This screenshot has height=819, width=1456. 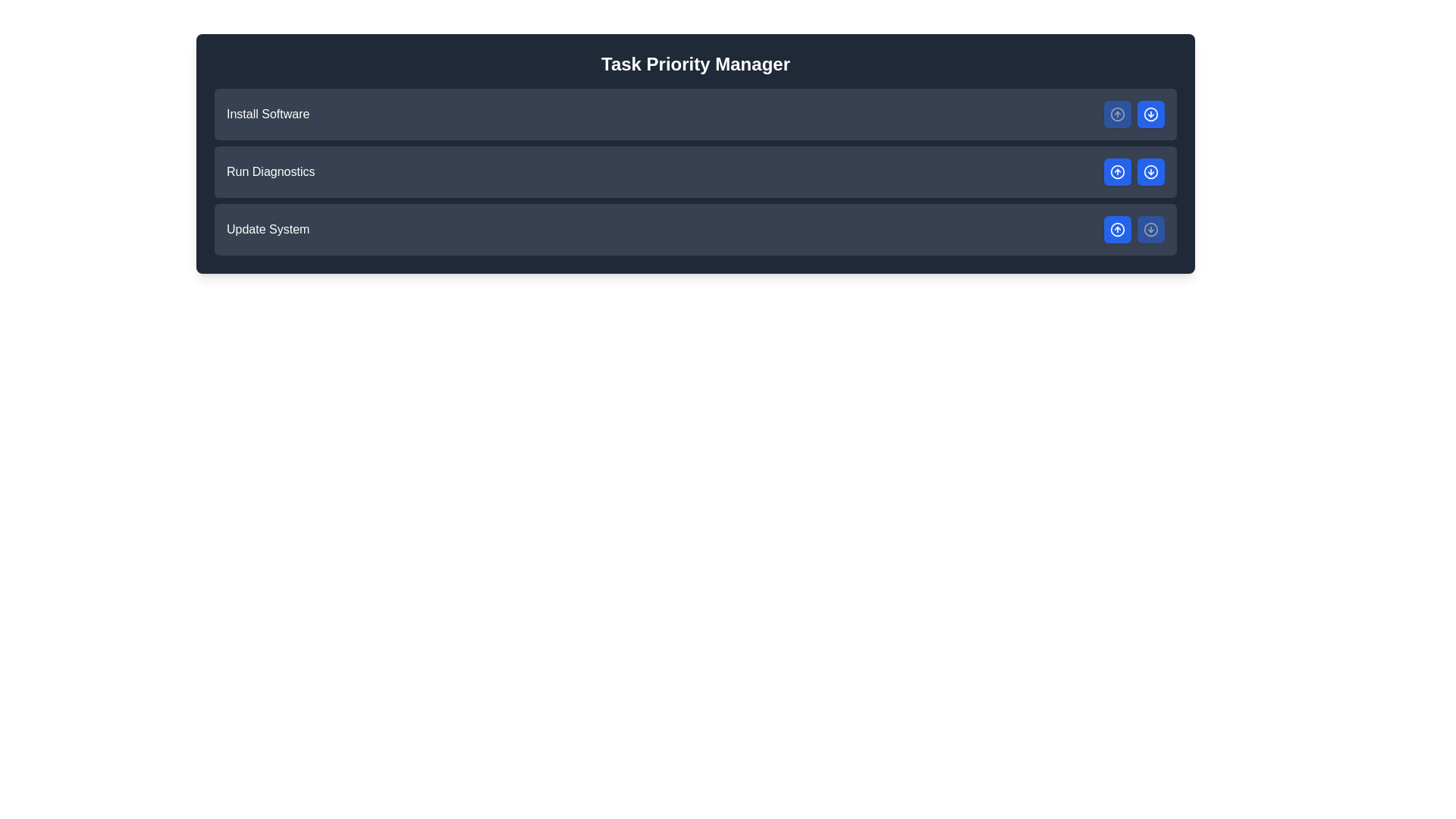 What do you see at coordinates (1117, 171) in the screenshot?
I see `the SVG circle element located in the third task row, adjacent to the right-side controls, which is part of an icon representing a circle with an upward arrow` at bounding box center [1117, 171].